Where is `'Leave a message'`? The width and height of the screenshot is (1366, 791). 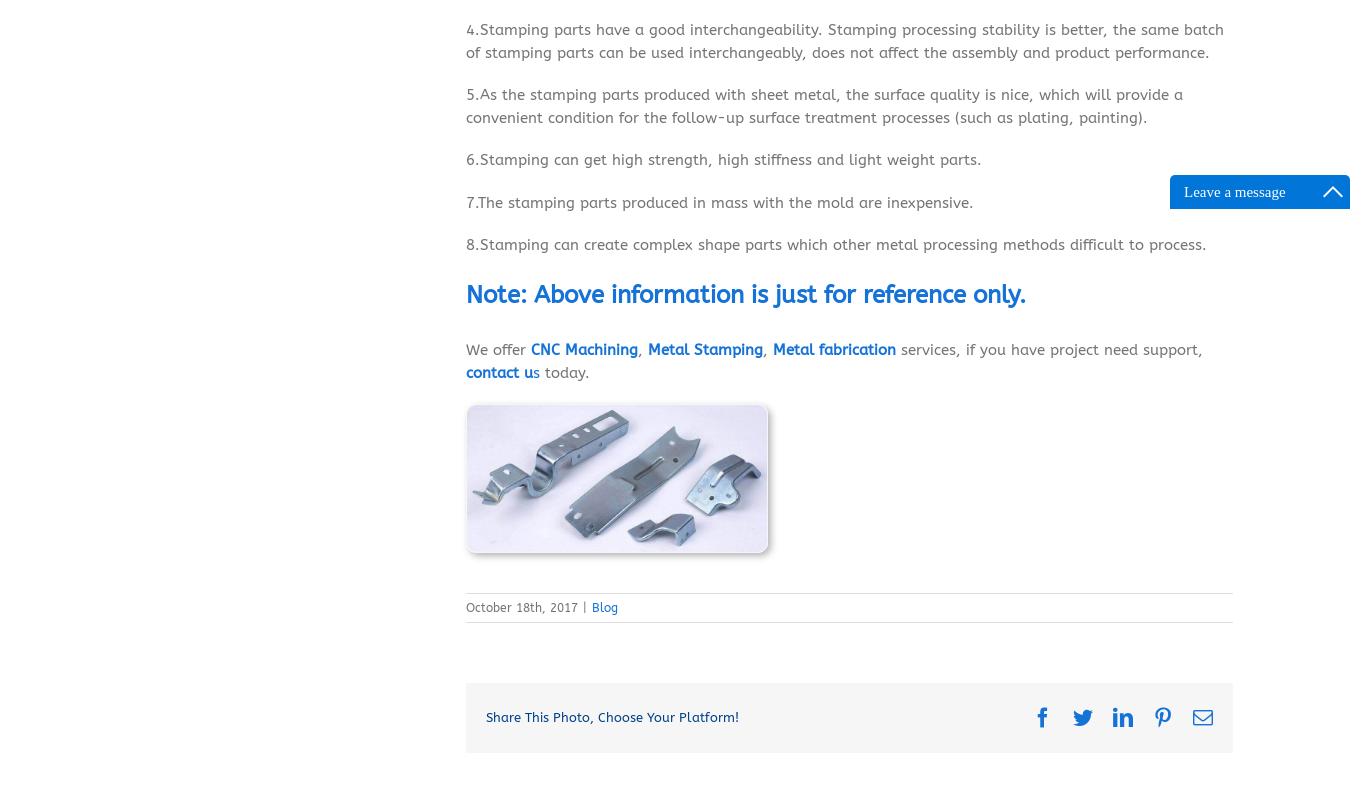
'Leave a message' is located at coordinates (1234, 191).